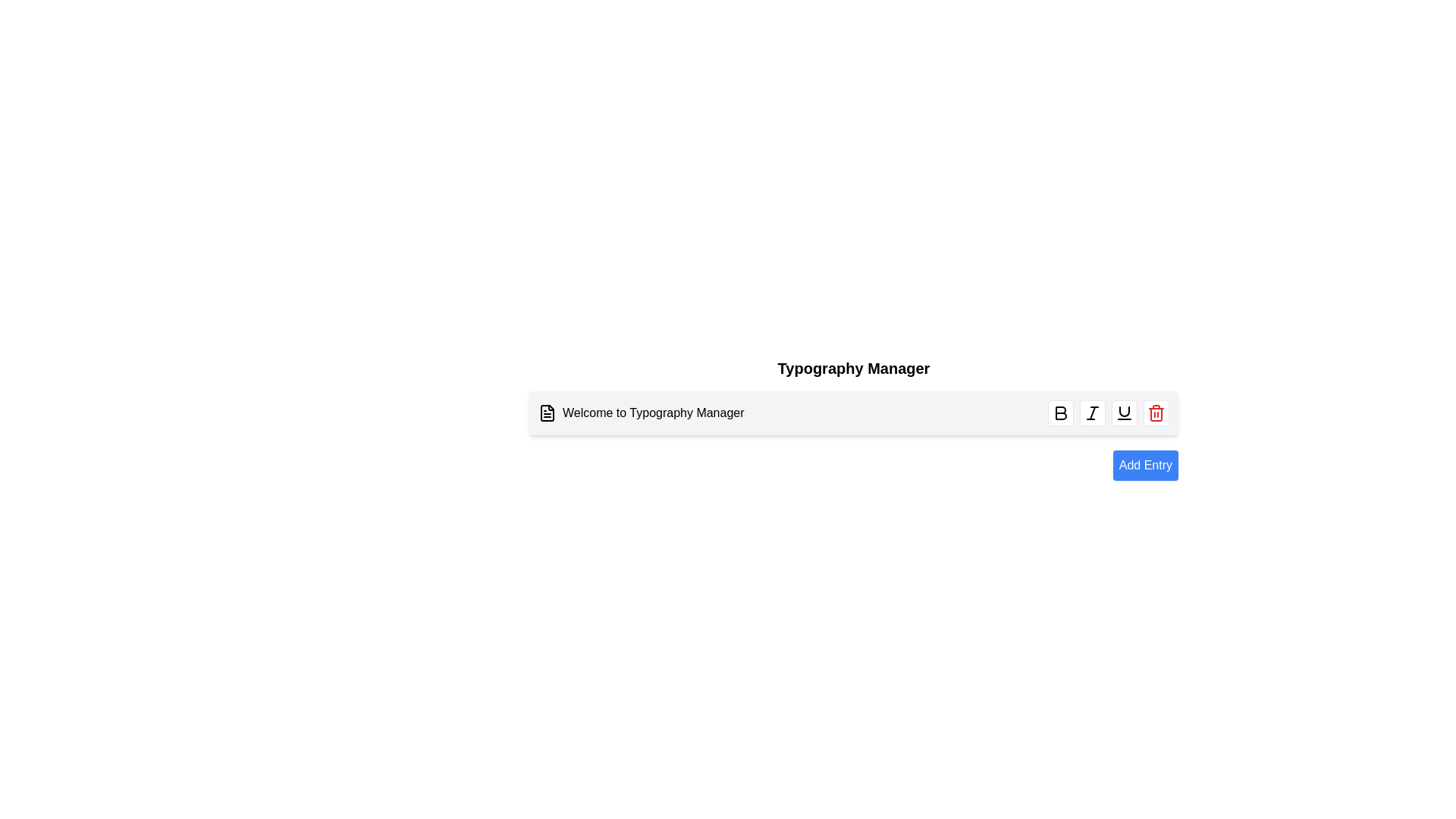 The height and width of the screenshot is (819, 1456). Describe the element at coordinates (1125, 413) in the screenshot. I see `the underline button, which is a small black icon resembling a stylized letter 'U' within a rounded white button` at that location.